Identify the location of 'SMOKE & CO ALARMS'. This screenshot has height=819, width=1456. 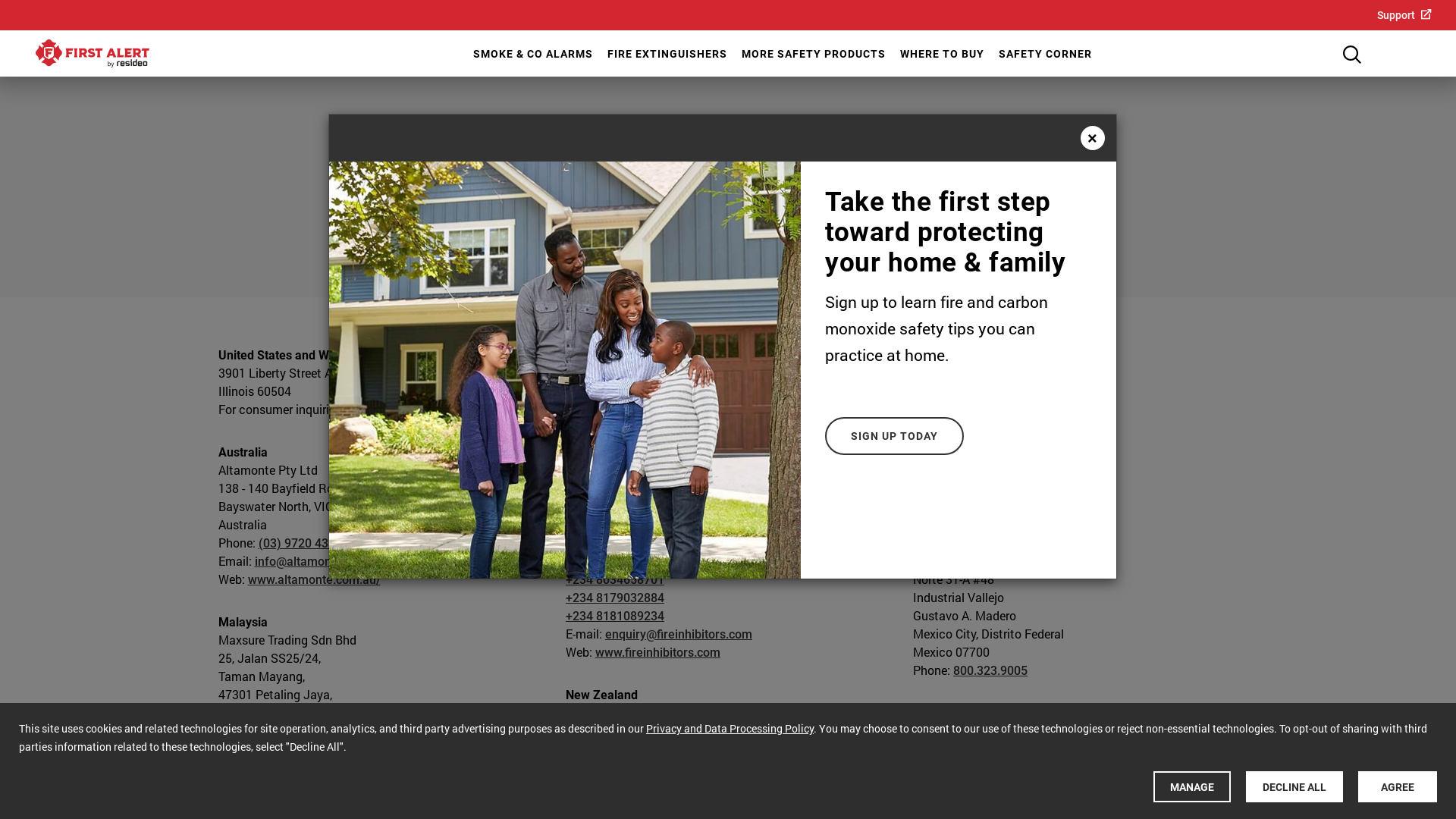
(531, 52).